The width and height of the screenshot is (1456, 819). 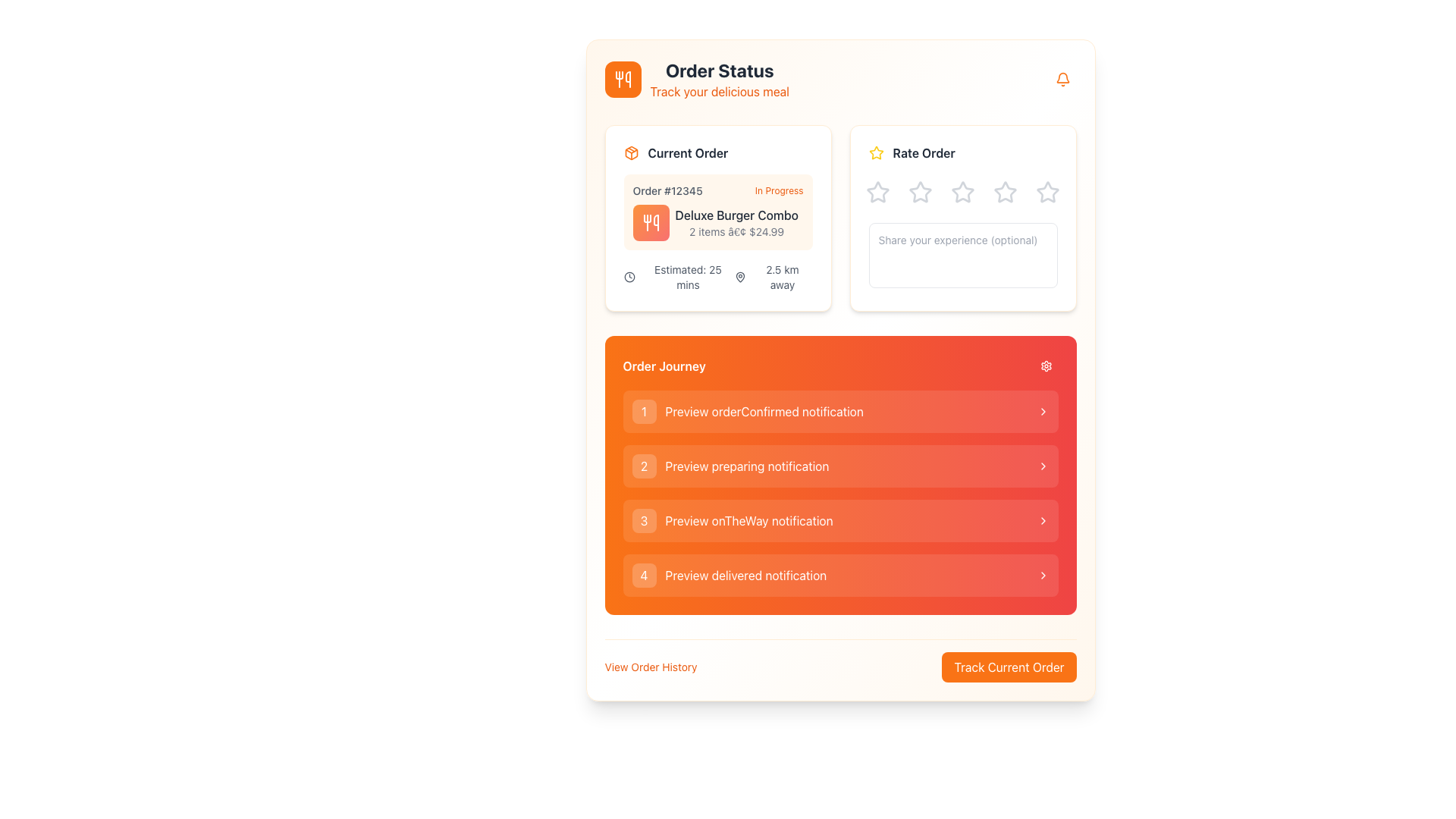 What do you see at coordinates (619, 75) in the screenshot?
I see `the decorative food icon located at the top-left corner of the interface, which enhances the user recognition and is associated with the 'Order Status' header` at bounding box center [619, 75].